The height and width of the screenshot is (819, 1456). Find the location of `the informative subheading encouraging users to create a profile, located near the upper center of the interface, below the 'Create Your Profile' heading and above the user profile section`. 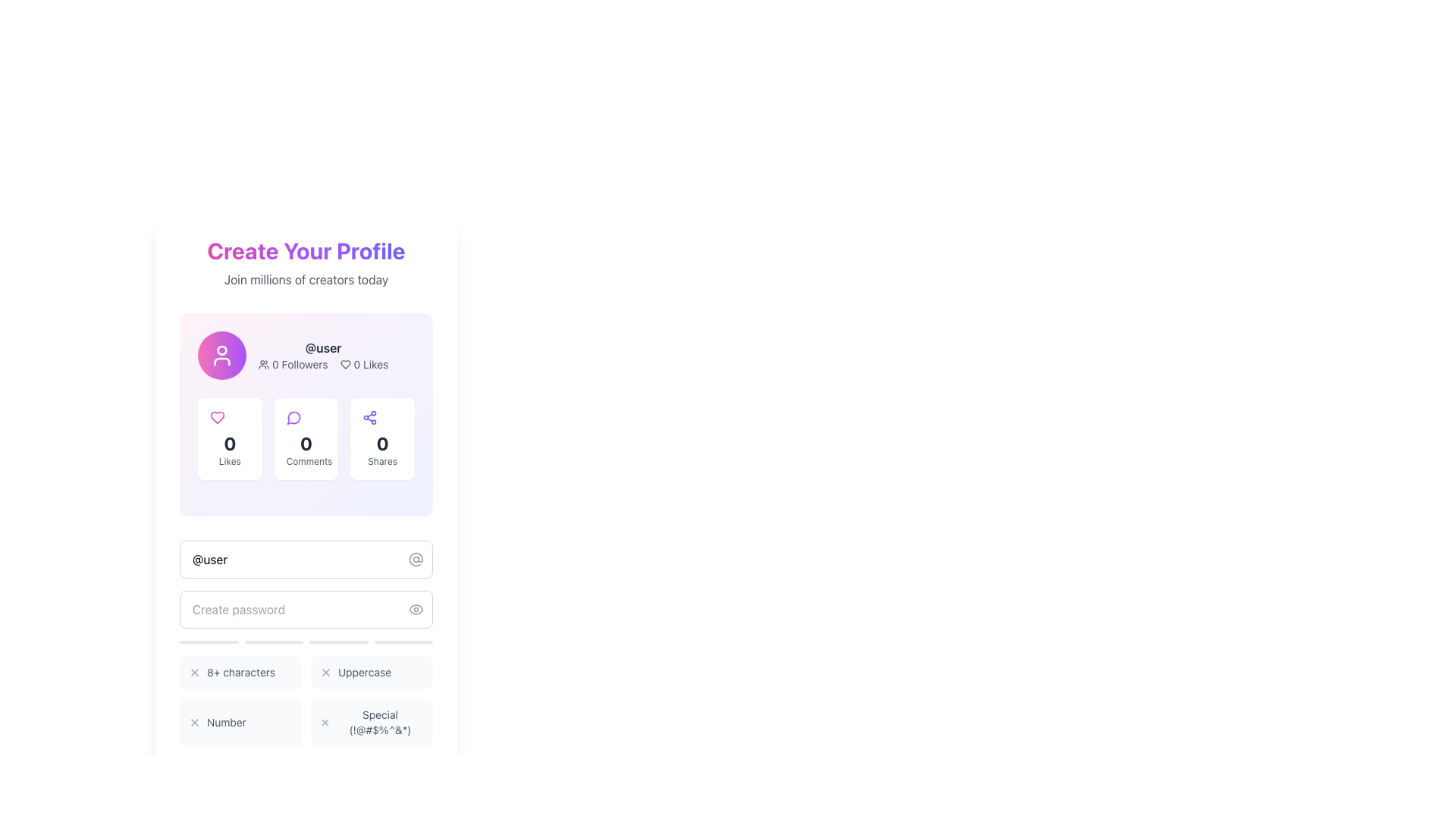

the informative subheading encouraging users to create a profile, located near the upper center of the interface, below the 'Create Your Profile' heading and above the user profile section is located at coordinates (305, 280).